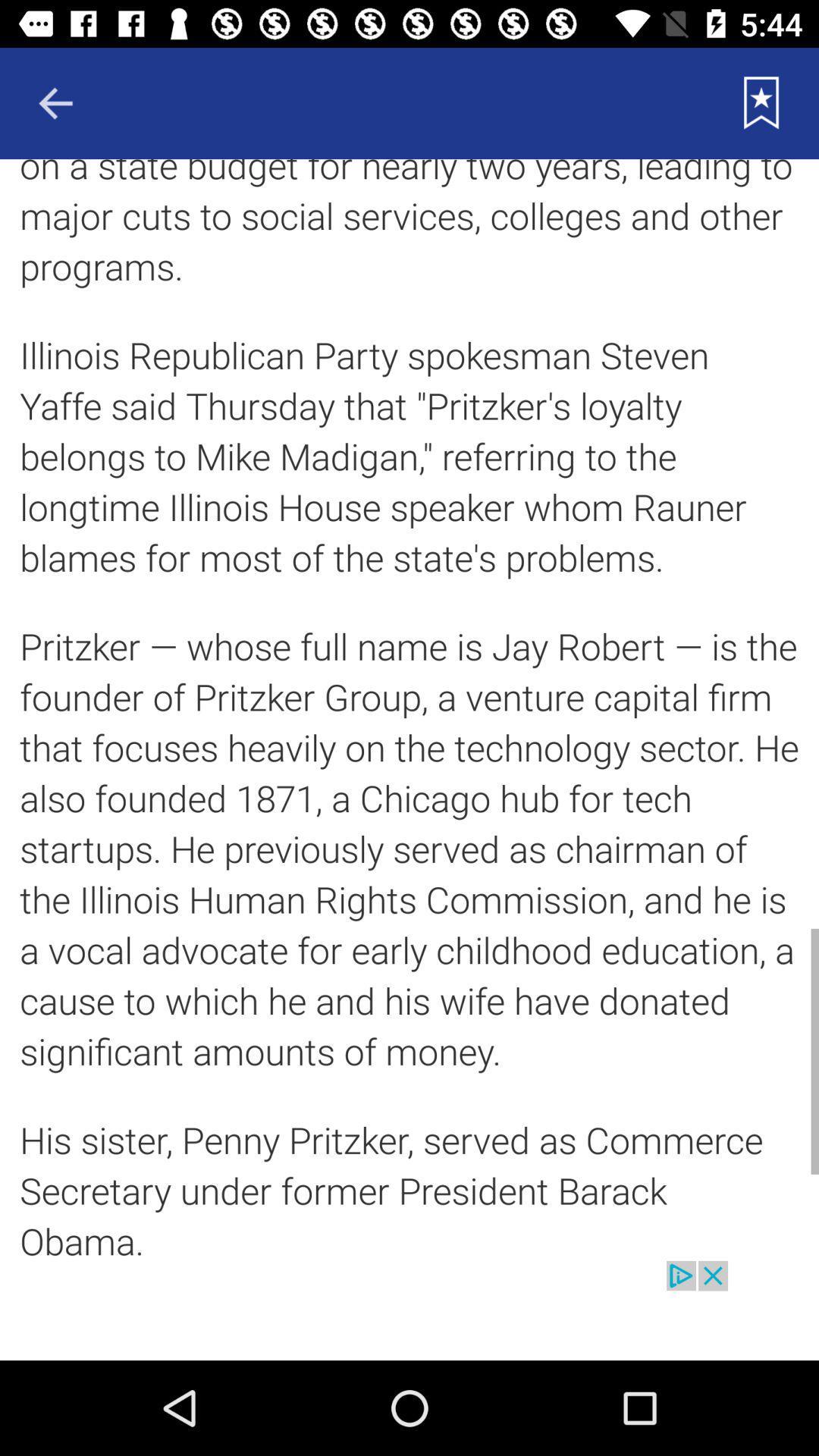 This screenshot has width=819, height=1456. What do you see at coordinates (55, 102) in the screenshot?
I see `go back` at bounding box center [55, 102].